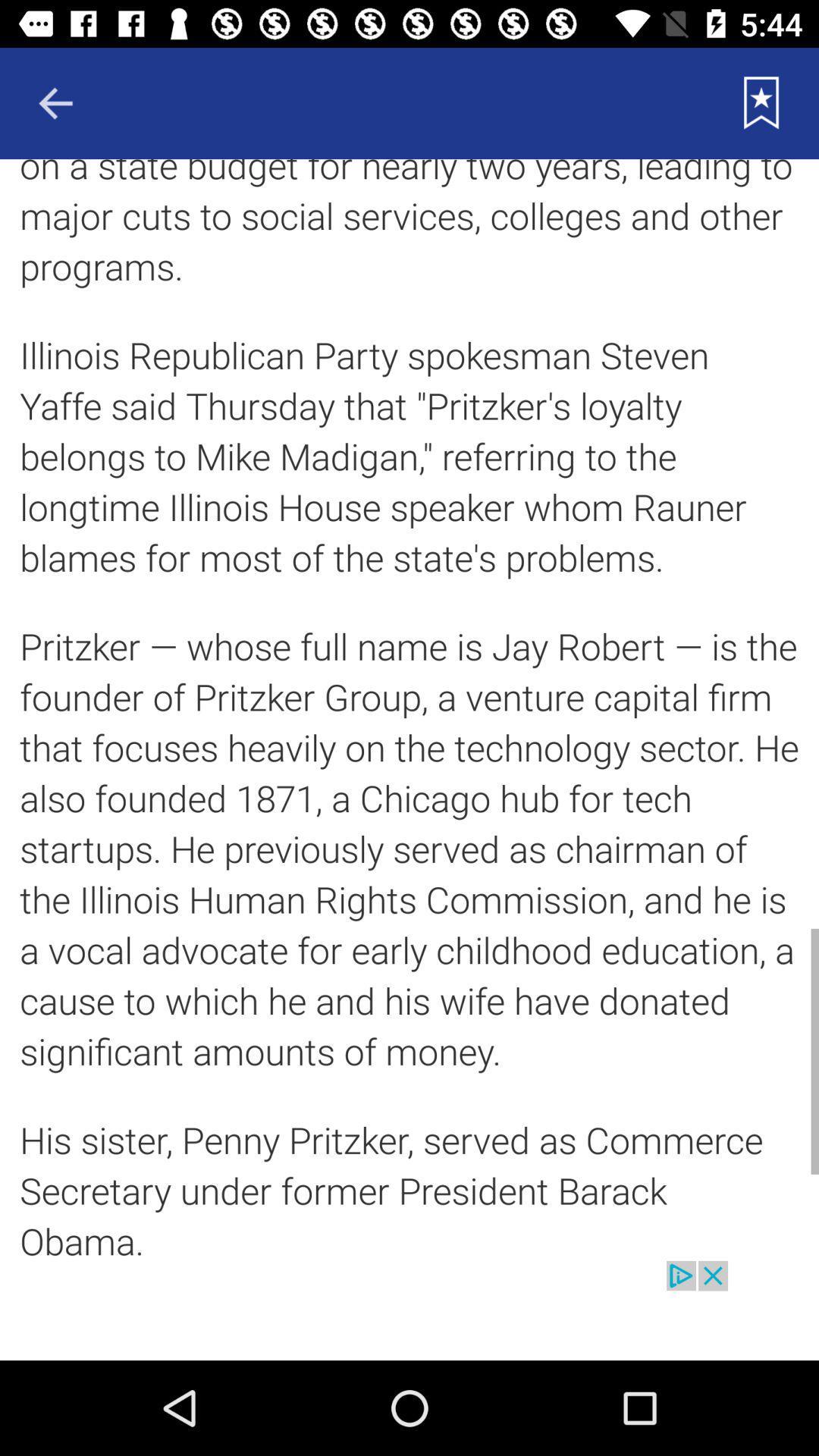 This screenshot has width=819, height=1456. What do you see at coordinates (55, 102) in the screenshot?
I see `go back` at bounding box center [55, 102].